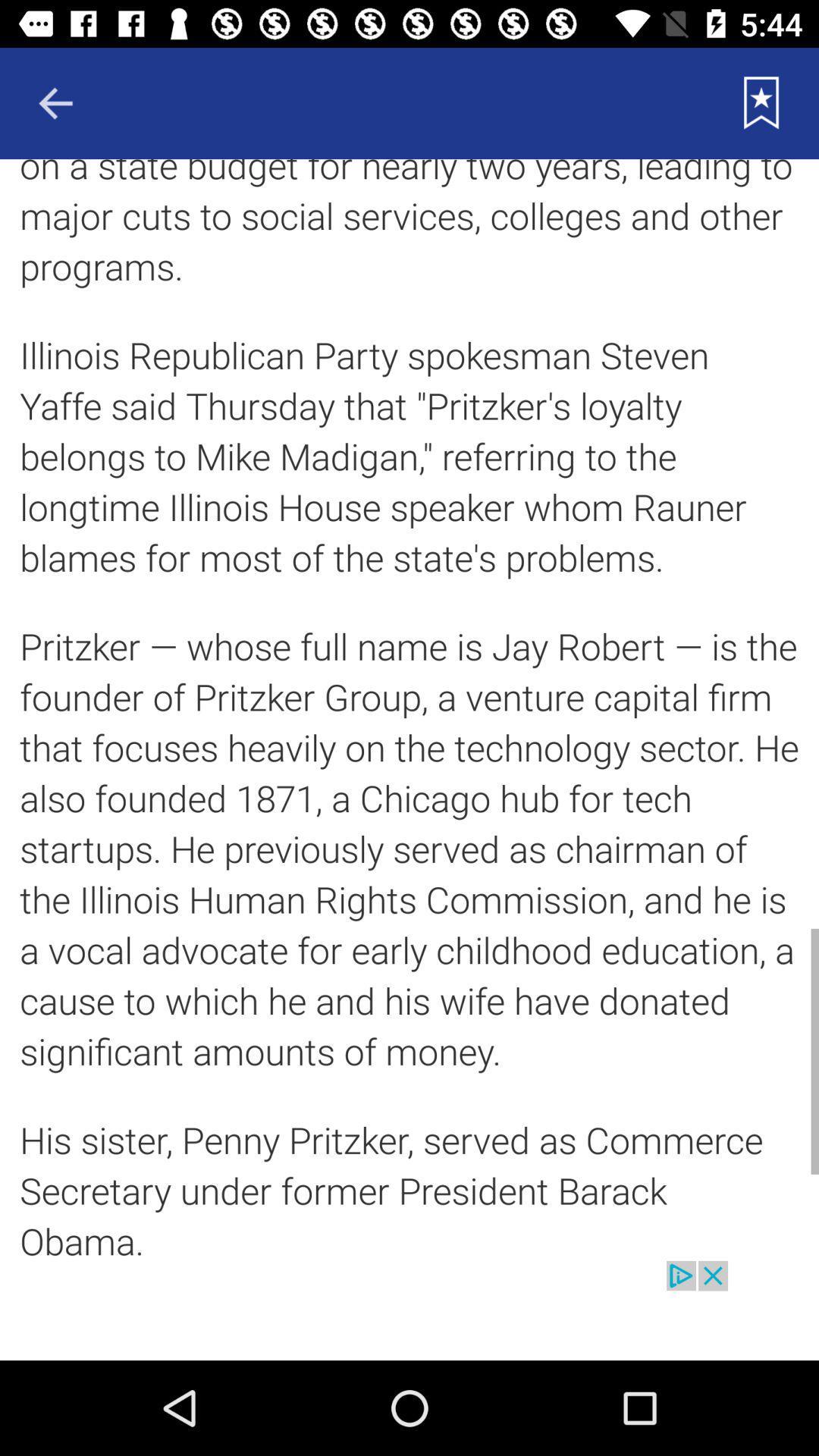 This screenshot has width=819, height=1456. What do you see at coordinates (55, 102) in the screenshot?
I see `go back` at bounding box center [55, 102].